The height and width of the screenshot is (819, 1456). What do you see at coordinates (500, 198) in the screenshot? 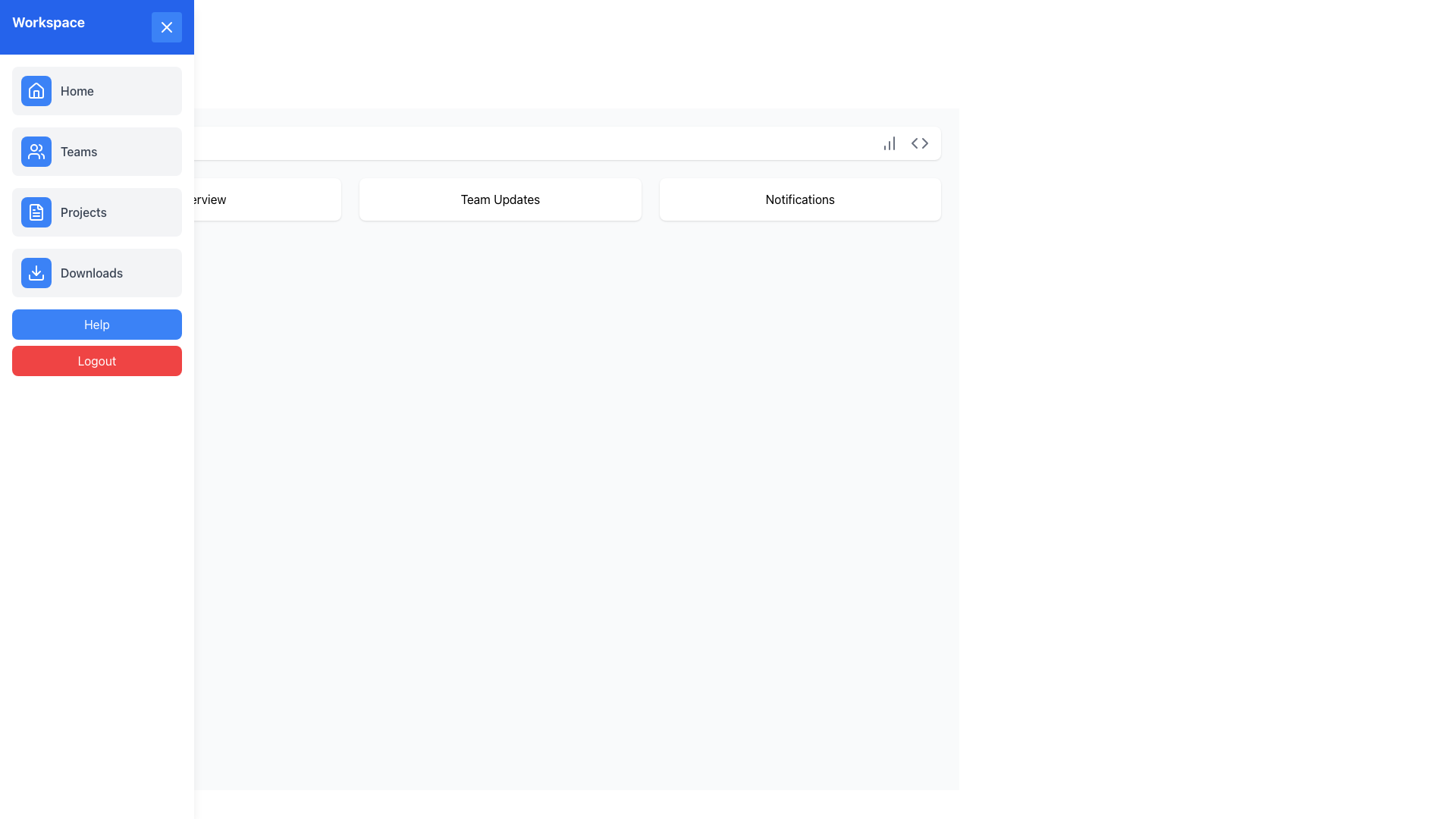
I see `to select the 'Team Updates' section in the horizontally arranged menu of three sections labeled 'Overview', 'Team Updates', and 'Notifications', located in the central top area of the interface` at bounding box center [500, 198].